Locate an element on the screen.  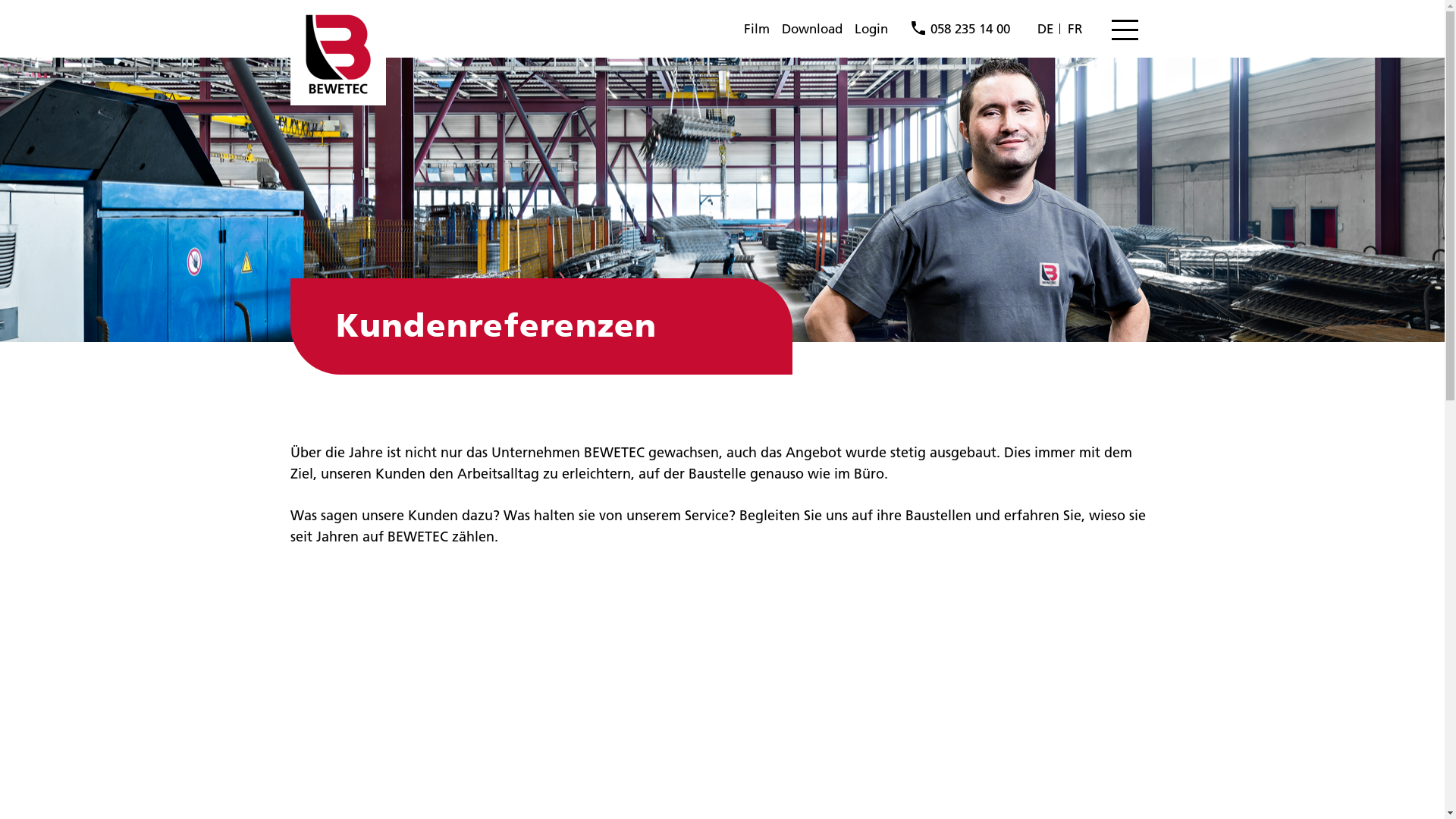
'Login' is located at coordinates (871, 29).